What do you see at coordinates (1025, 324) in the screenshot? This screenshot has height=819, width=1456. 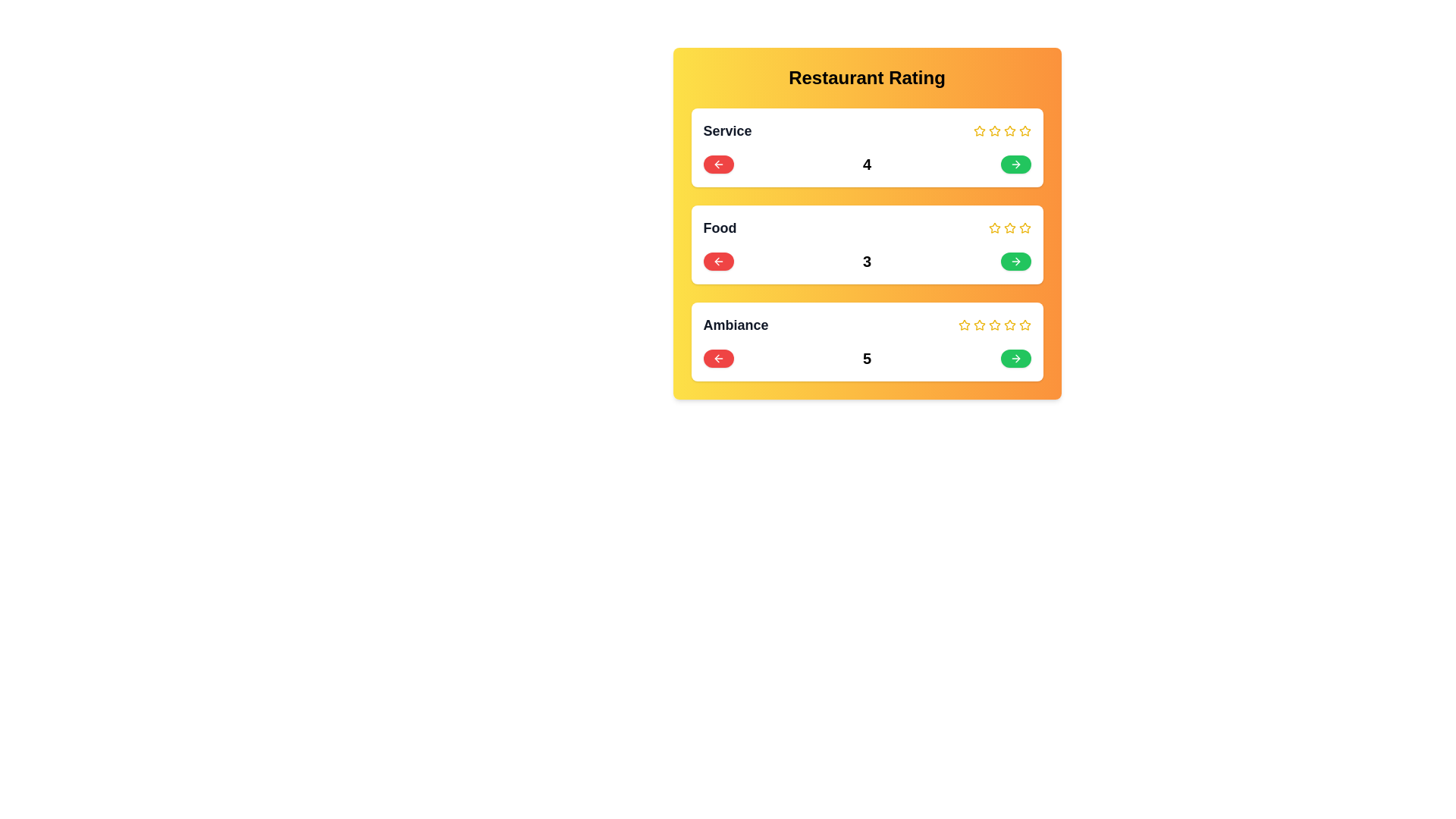 I see `the fifth gold star icon in the 'Ambiance' section to rate it as five stars` at bounding box center [1025, 324].